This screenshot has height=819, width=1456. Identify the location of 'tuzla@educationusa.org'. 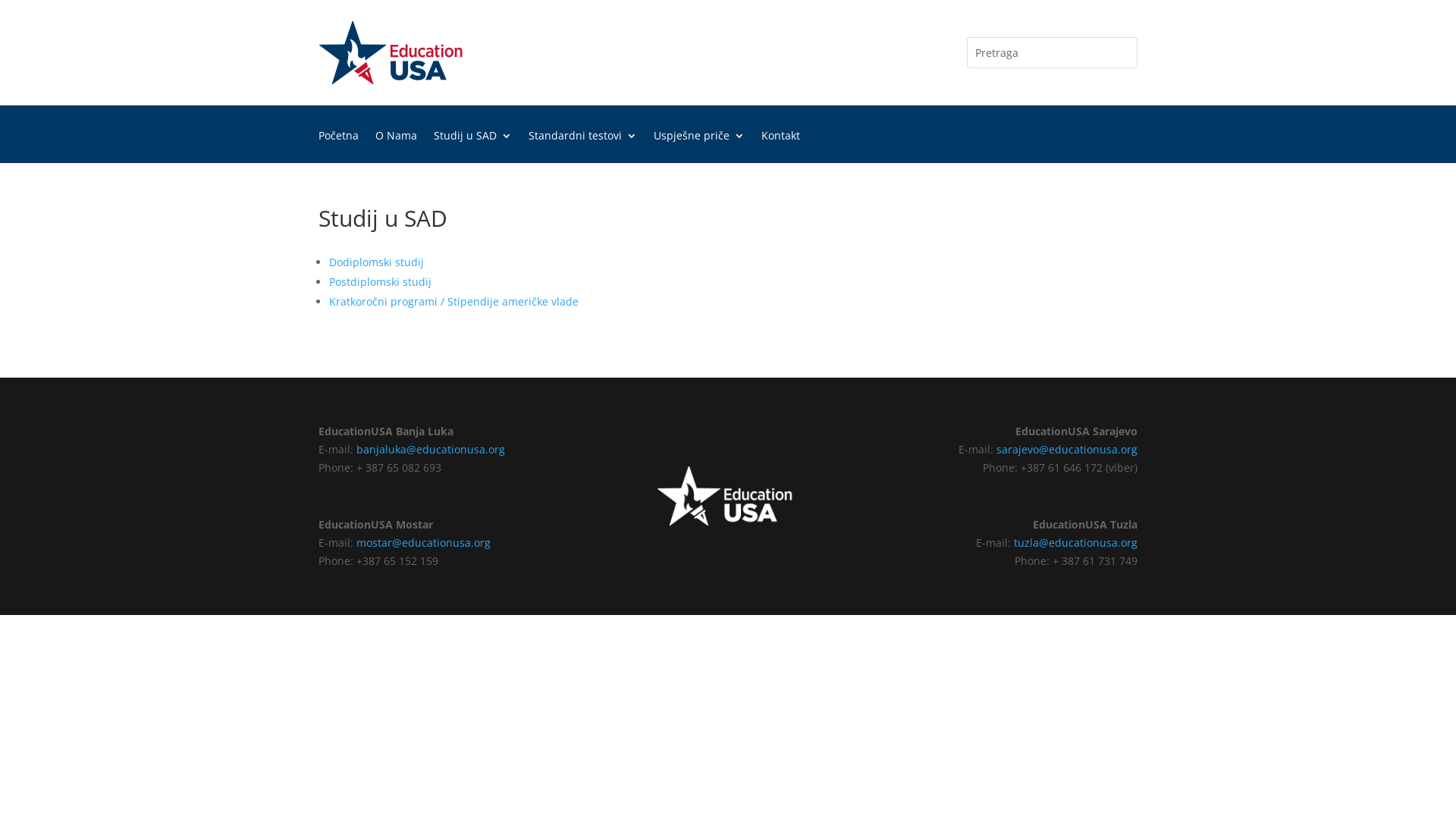
(1014, 541).